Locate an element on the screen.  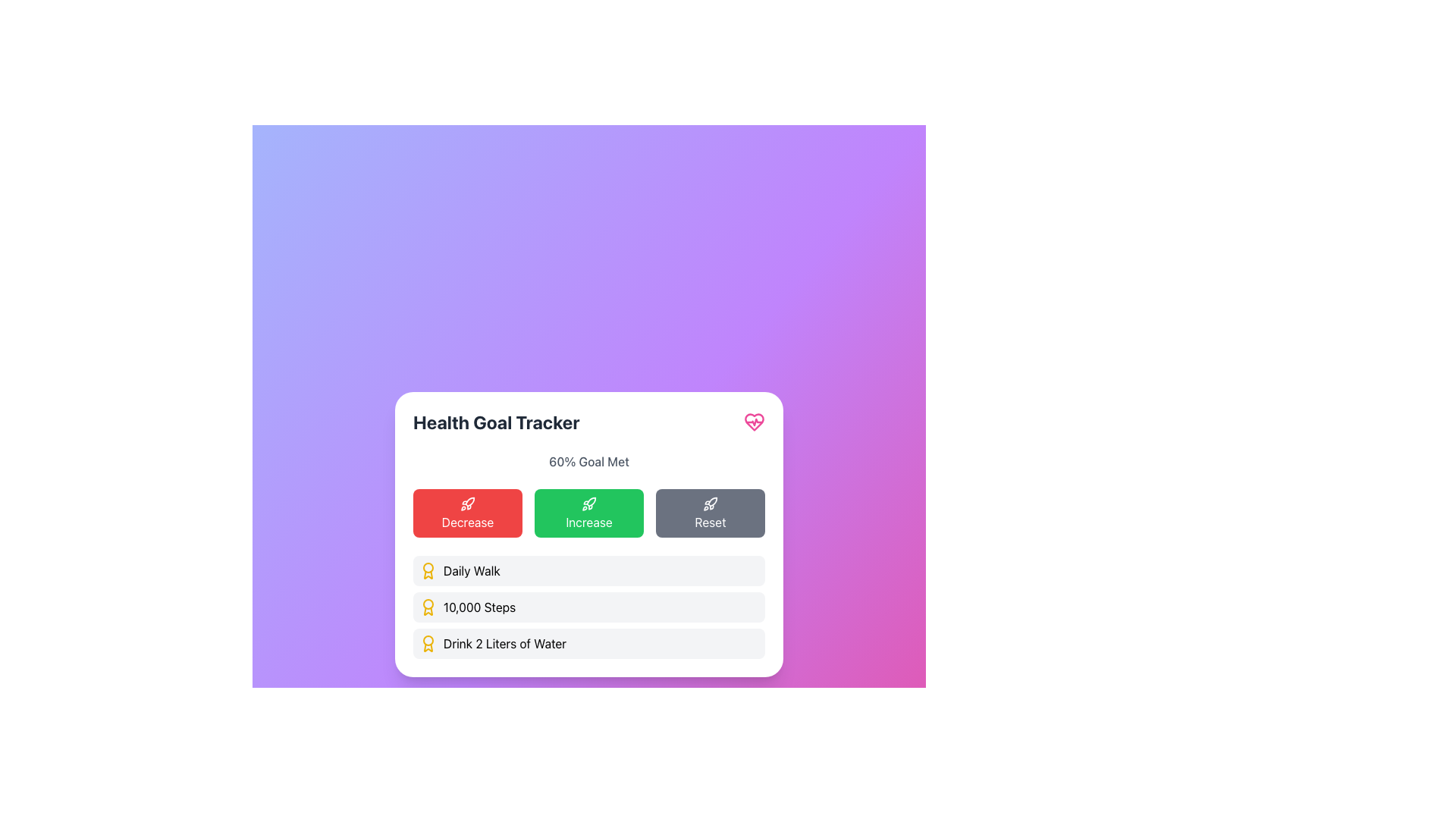
the 'Decrease' button in the 'Health Goal Tracker' widget is located at coordinates (467, 513).